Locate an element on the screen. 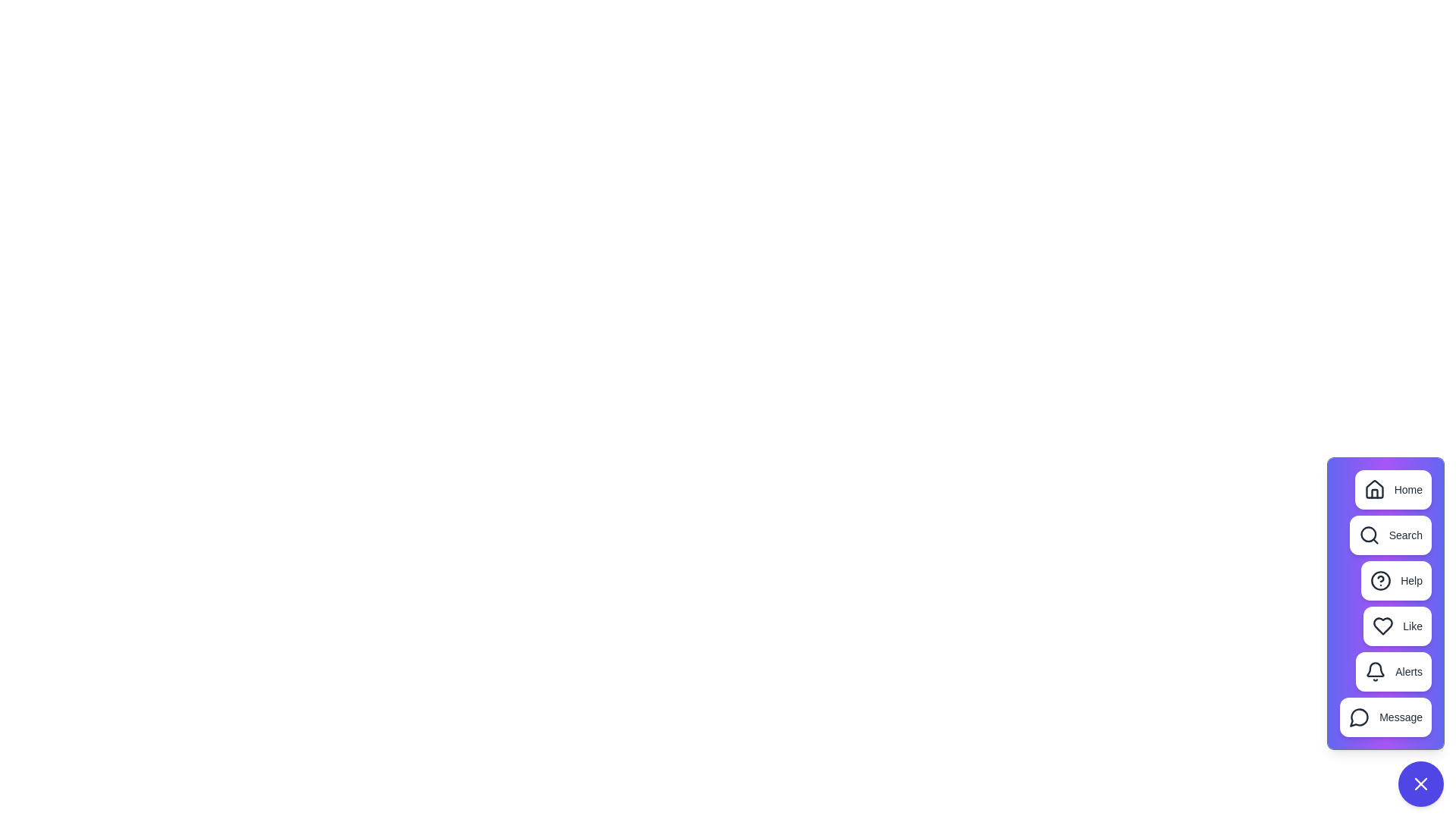 Image resolution: width=1456 pixels, height=819 pixels. toggle button at the bottom-right corner to toggle the menu open or closed is located at coordinates (1420, 783).